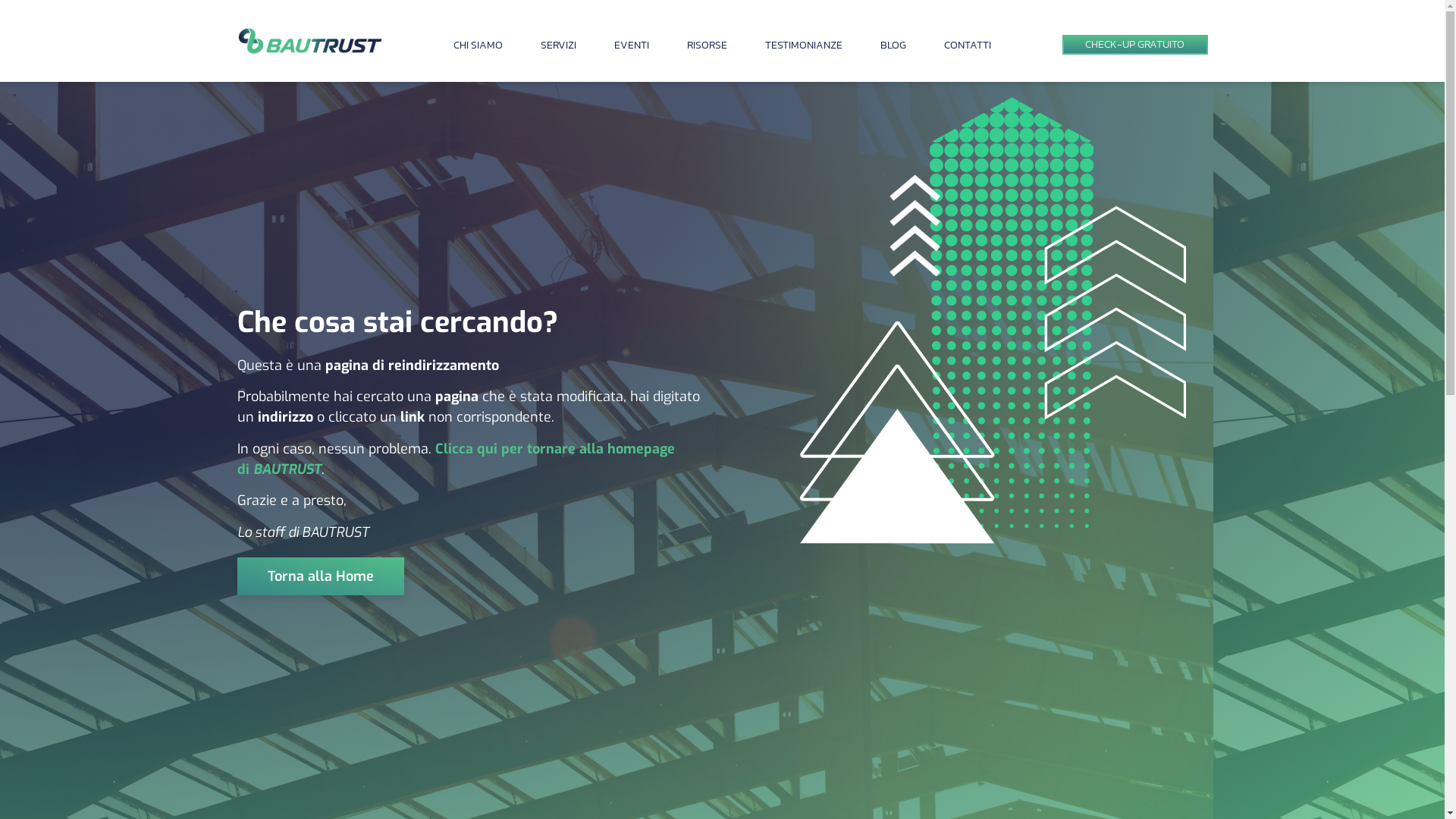 The width and height of the screenshot is (1456, 819). Describe the element at coordinates (632, 45) in the screenshot. I see `'EVENTI'` at that location.